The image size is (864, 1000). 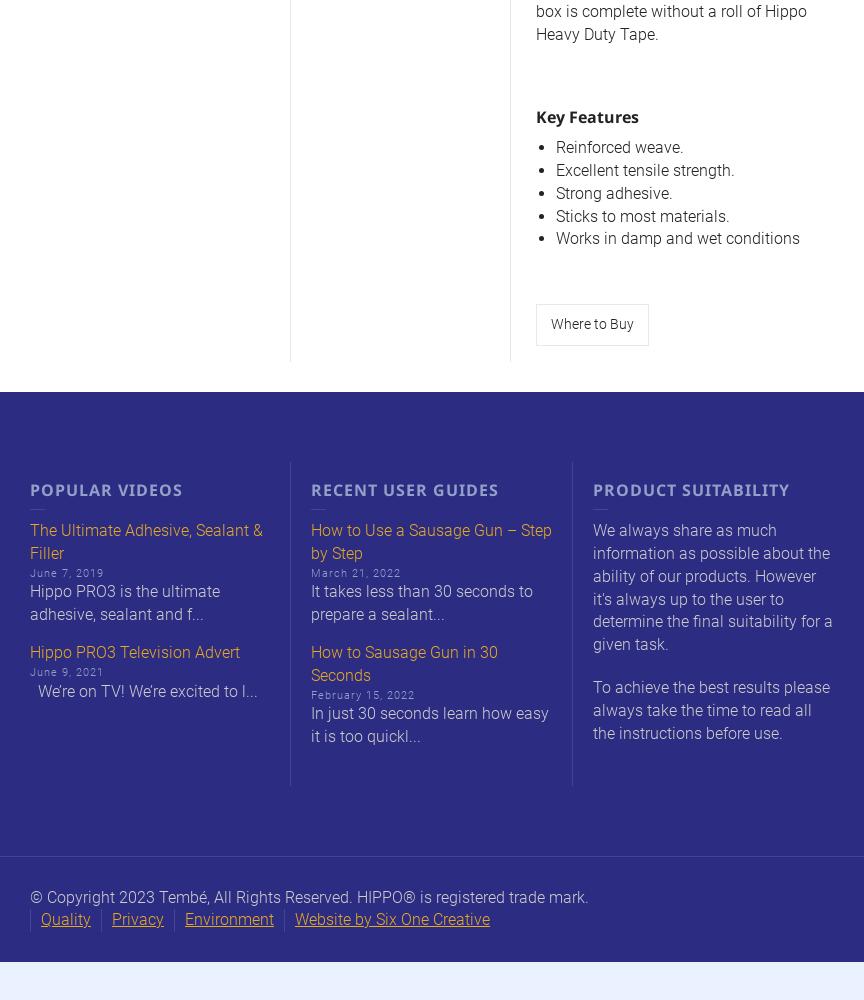 What do you see at coordinates (229, 919) in the screenshot?
I see `'Environment'` at bounding box center [229, 919].